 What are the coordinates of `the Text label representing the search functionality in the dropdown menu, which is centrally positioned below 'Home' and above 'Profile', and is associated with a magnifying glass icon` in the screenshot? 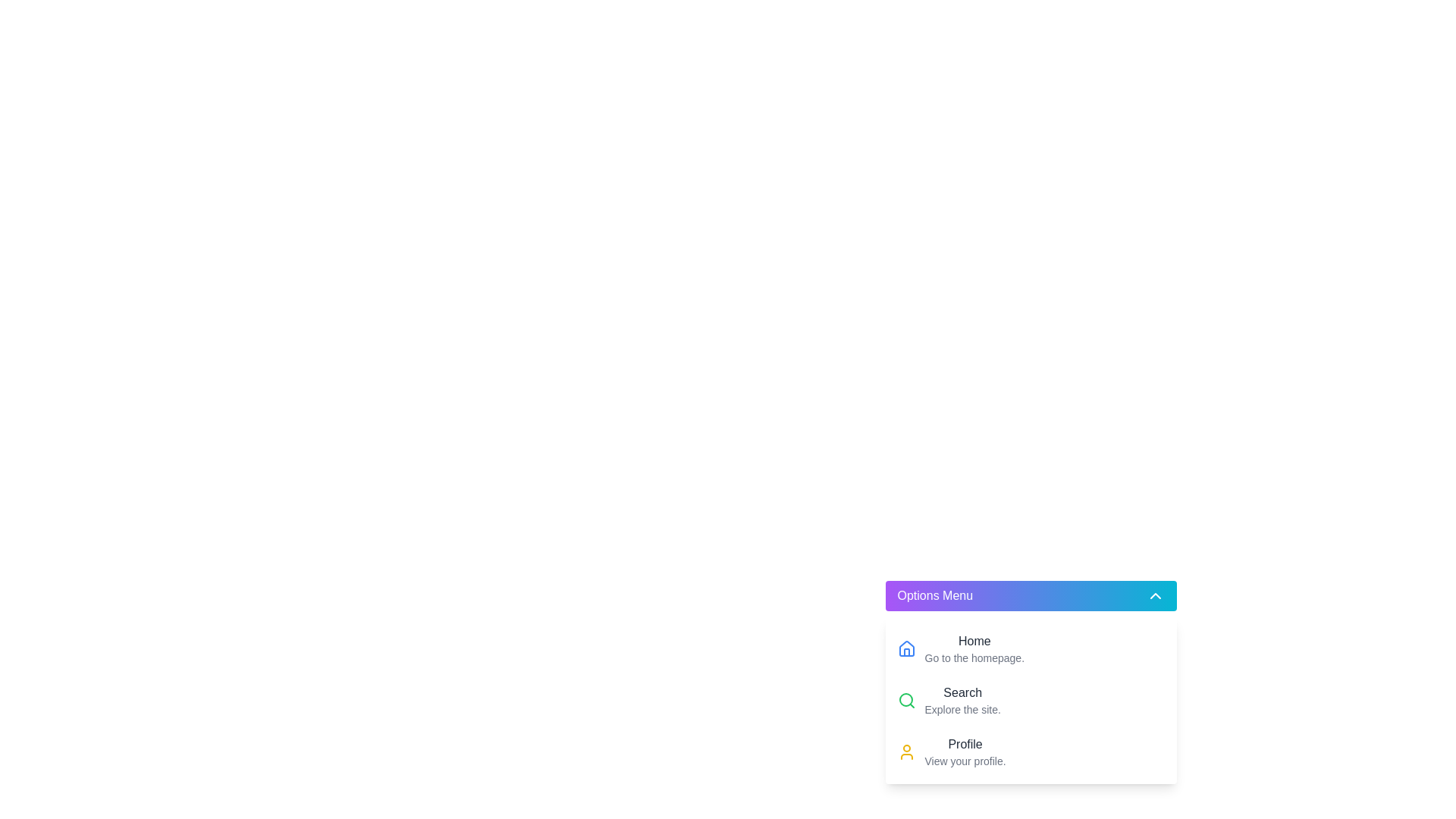 It's located at (962, 693).